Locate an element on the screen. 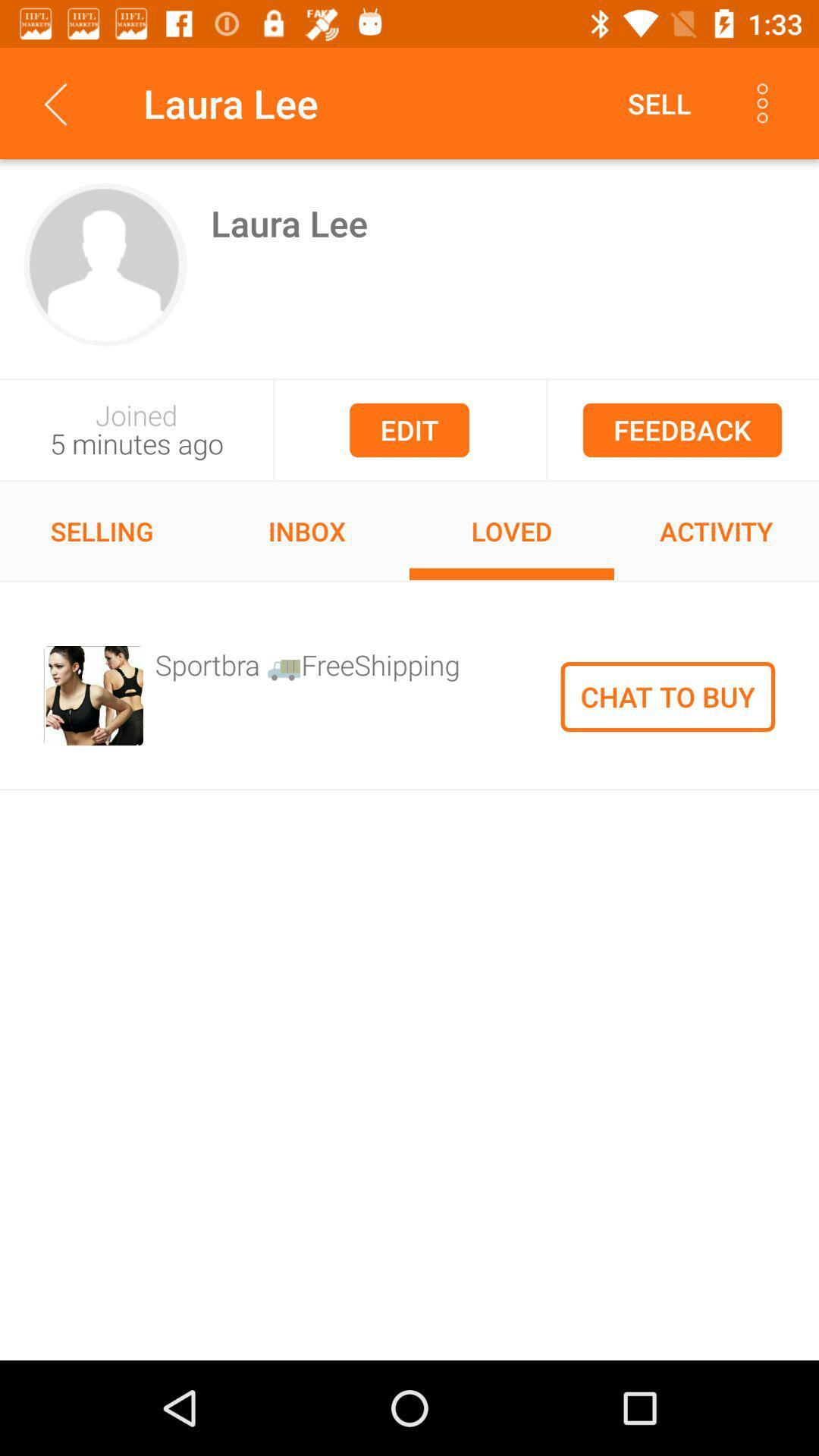  the avatar icon is located at coordinates (105, 265).